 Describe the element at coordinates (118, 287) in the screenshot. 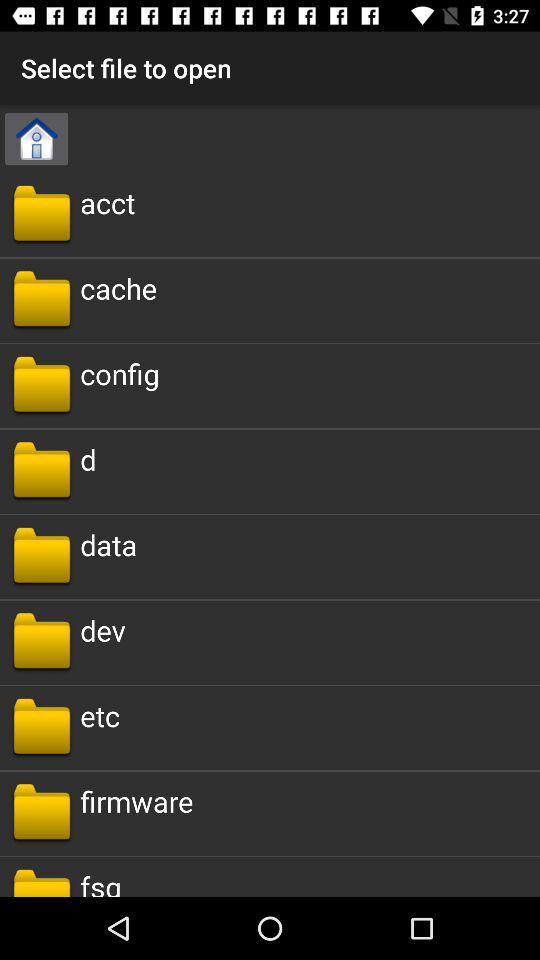

I see `cache app` at that location.